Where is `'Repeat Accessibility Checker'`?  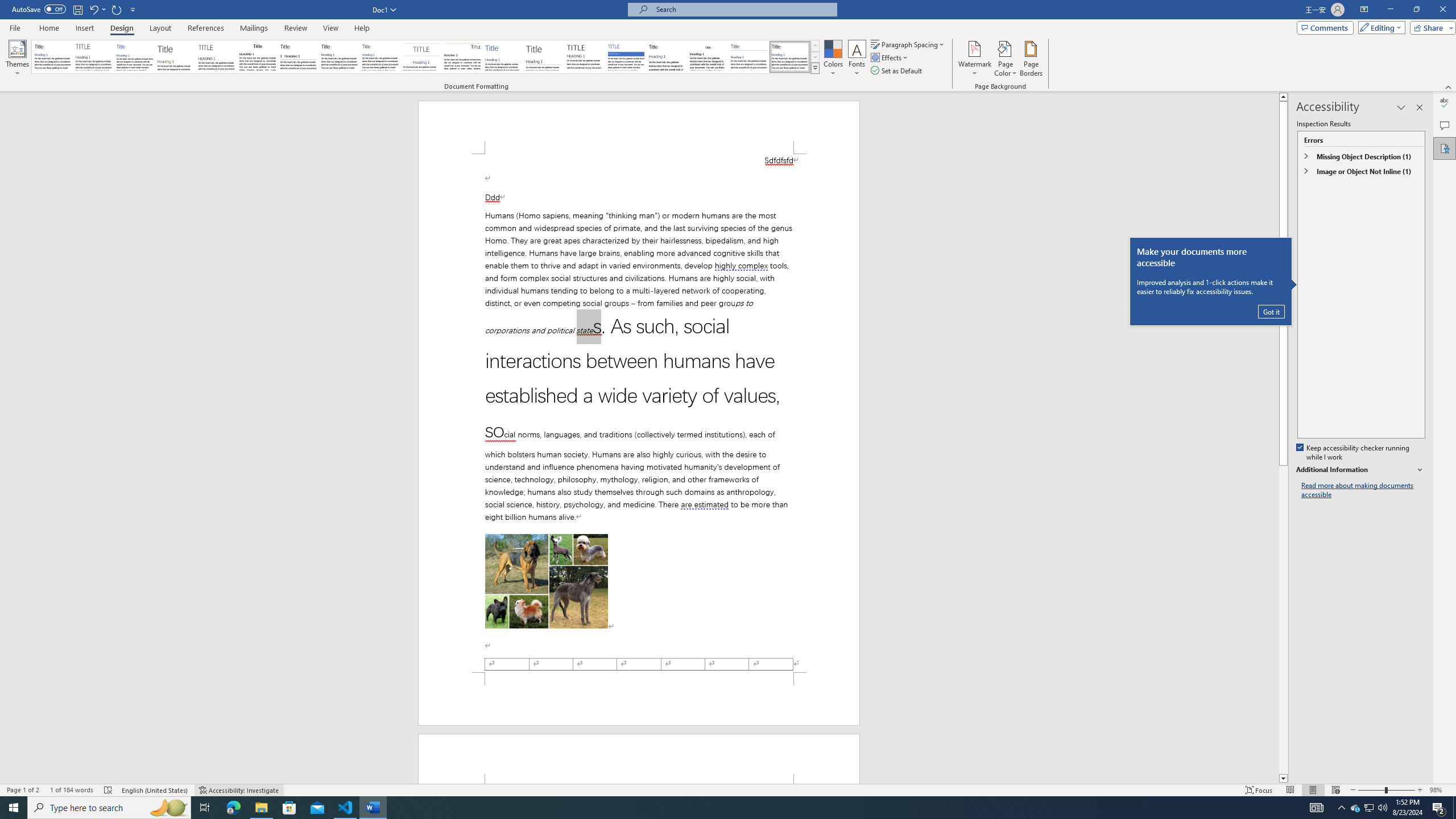 'Repeat Accessibility Checker' is located at coordinates (117, 9).